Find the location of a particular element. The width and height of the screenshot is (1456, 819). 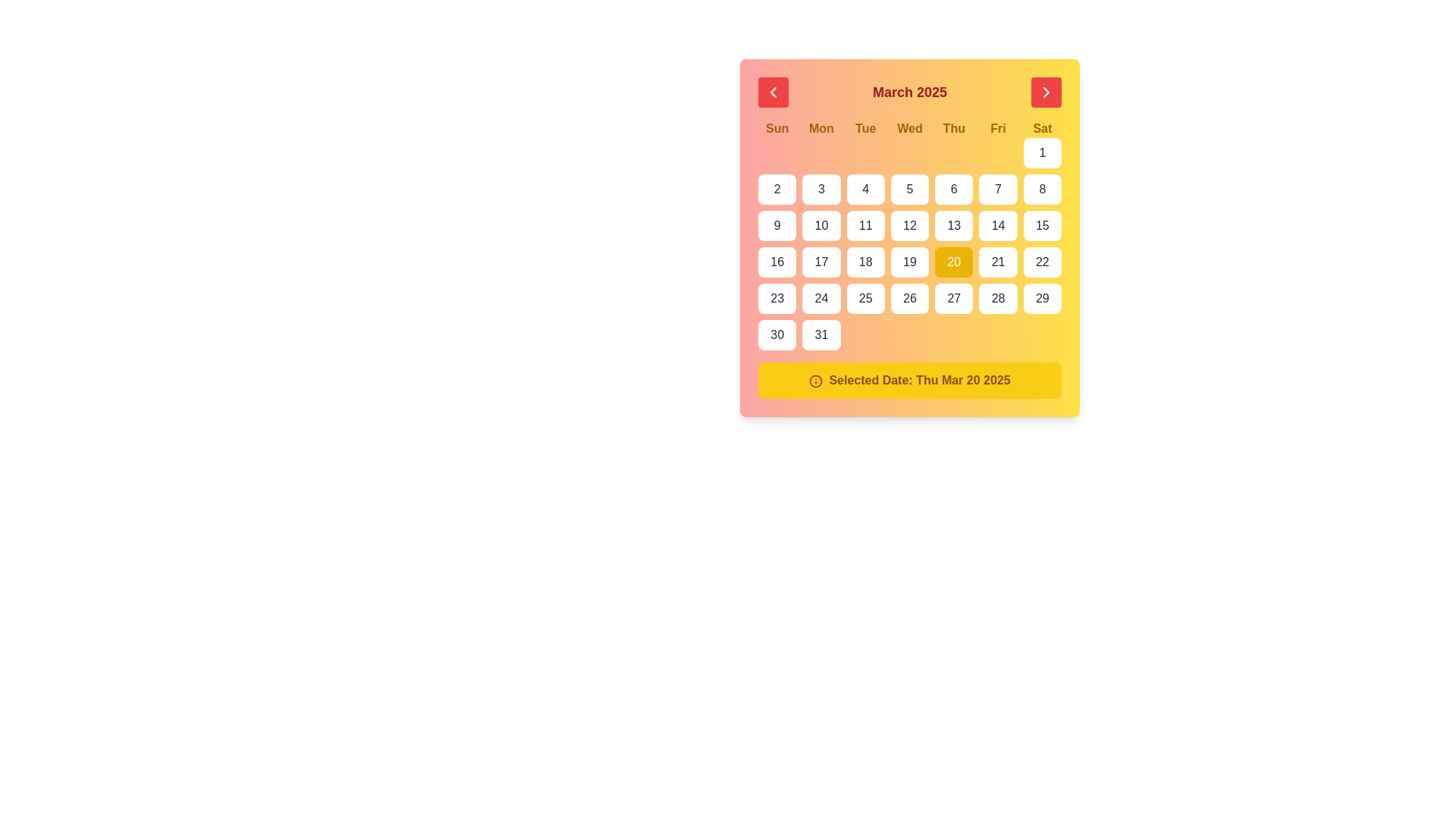

the button displaying the number '5' in the March 2025 calendar grid is located at coordinates (910, 189).